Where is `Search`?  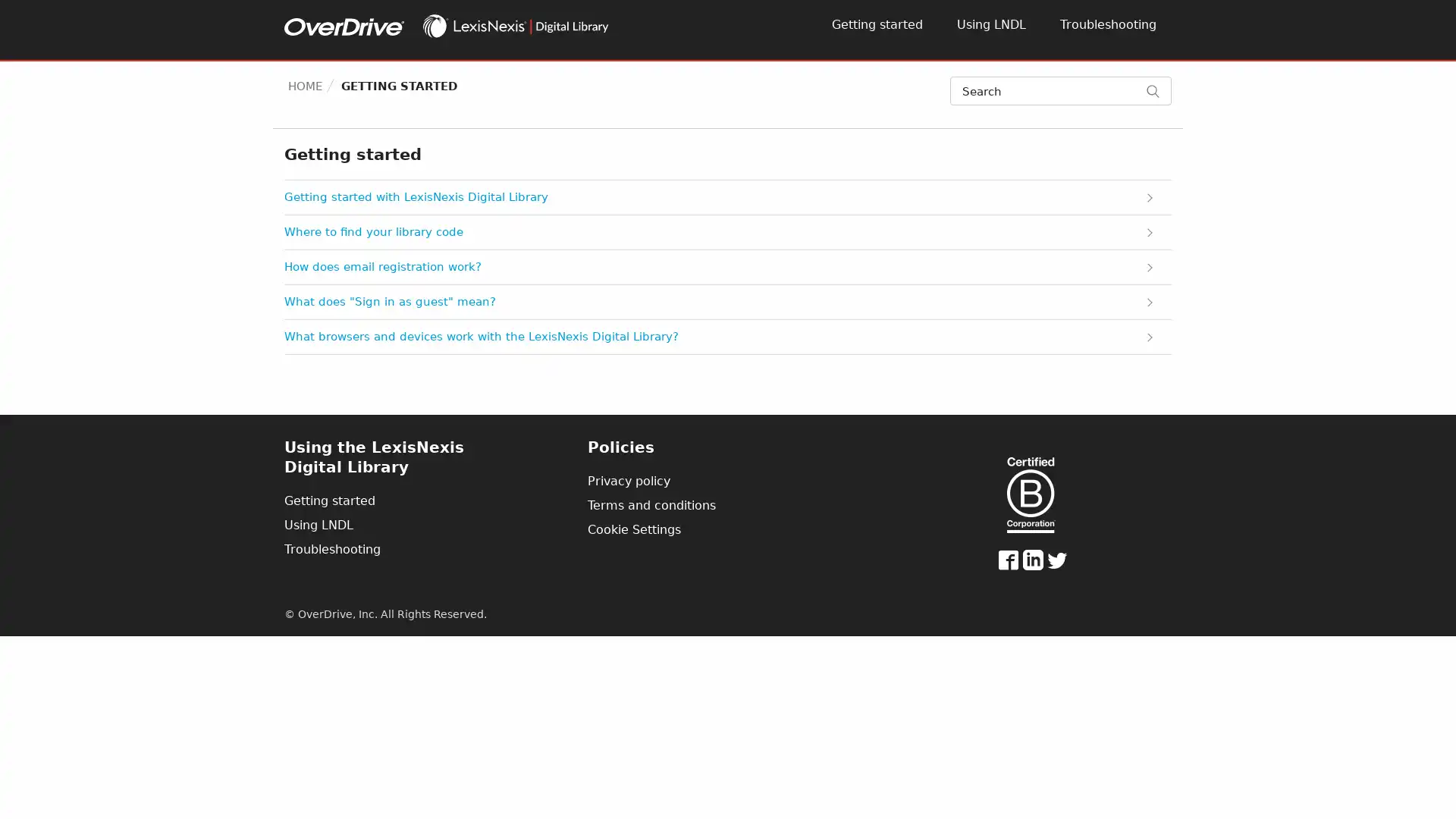
Search is located at coordinates (1158, 90).